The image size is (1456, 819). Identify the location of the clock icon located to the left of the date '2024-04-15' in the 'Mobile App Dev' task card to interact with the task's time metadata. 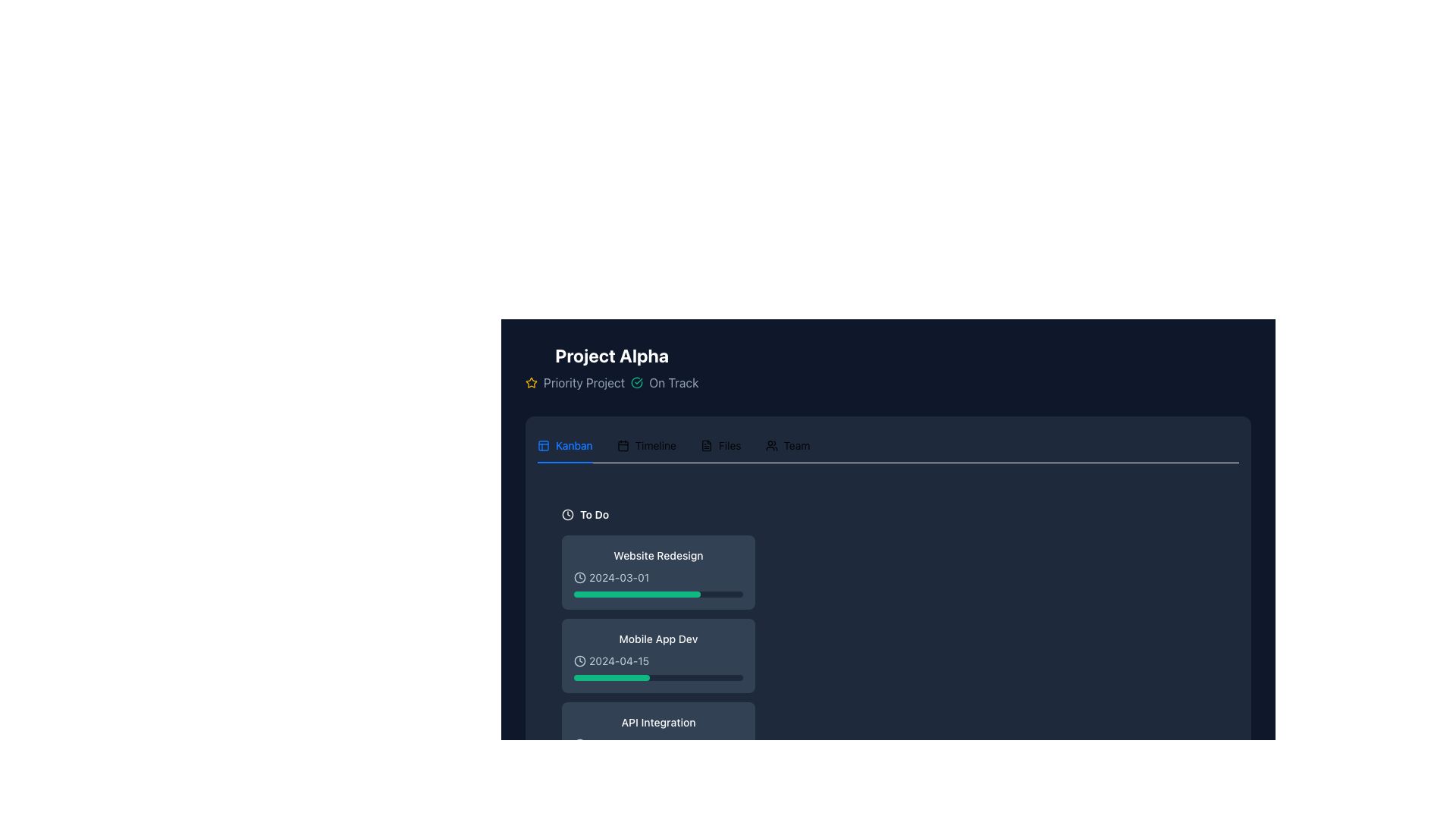
(579, 660).